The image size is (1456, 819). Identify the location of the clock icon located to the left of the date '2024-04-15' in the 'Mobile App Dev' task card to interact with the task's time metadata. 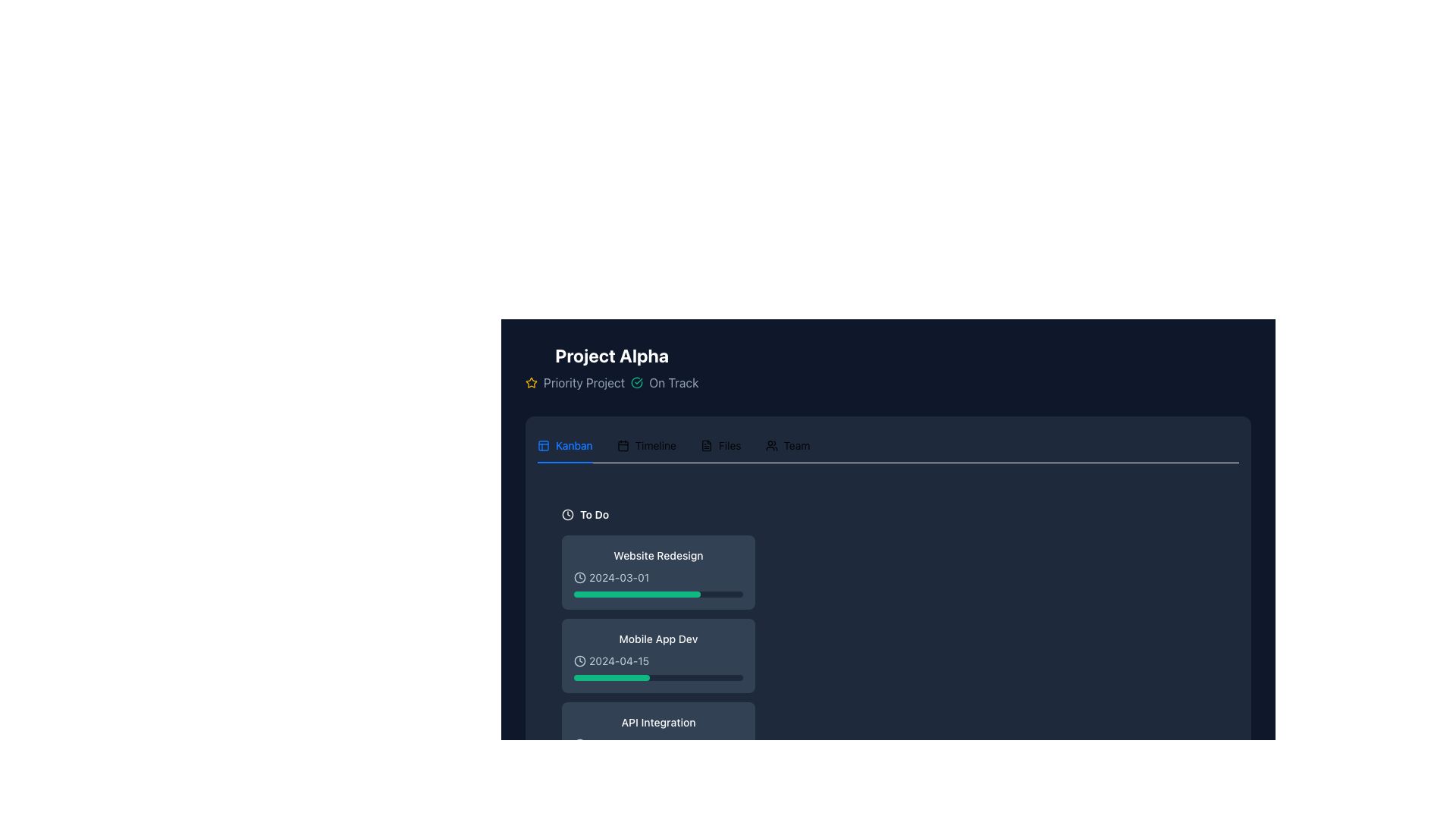
(579, 660).